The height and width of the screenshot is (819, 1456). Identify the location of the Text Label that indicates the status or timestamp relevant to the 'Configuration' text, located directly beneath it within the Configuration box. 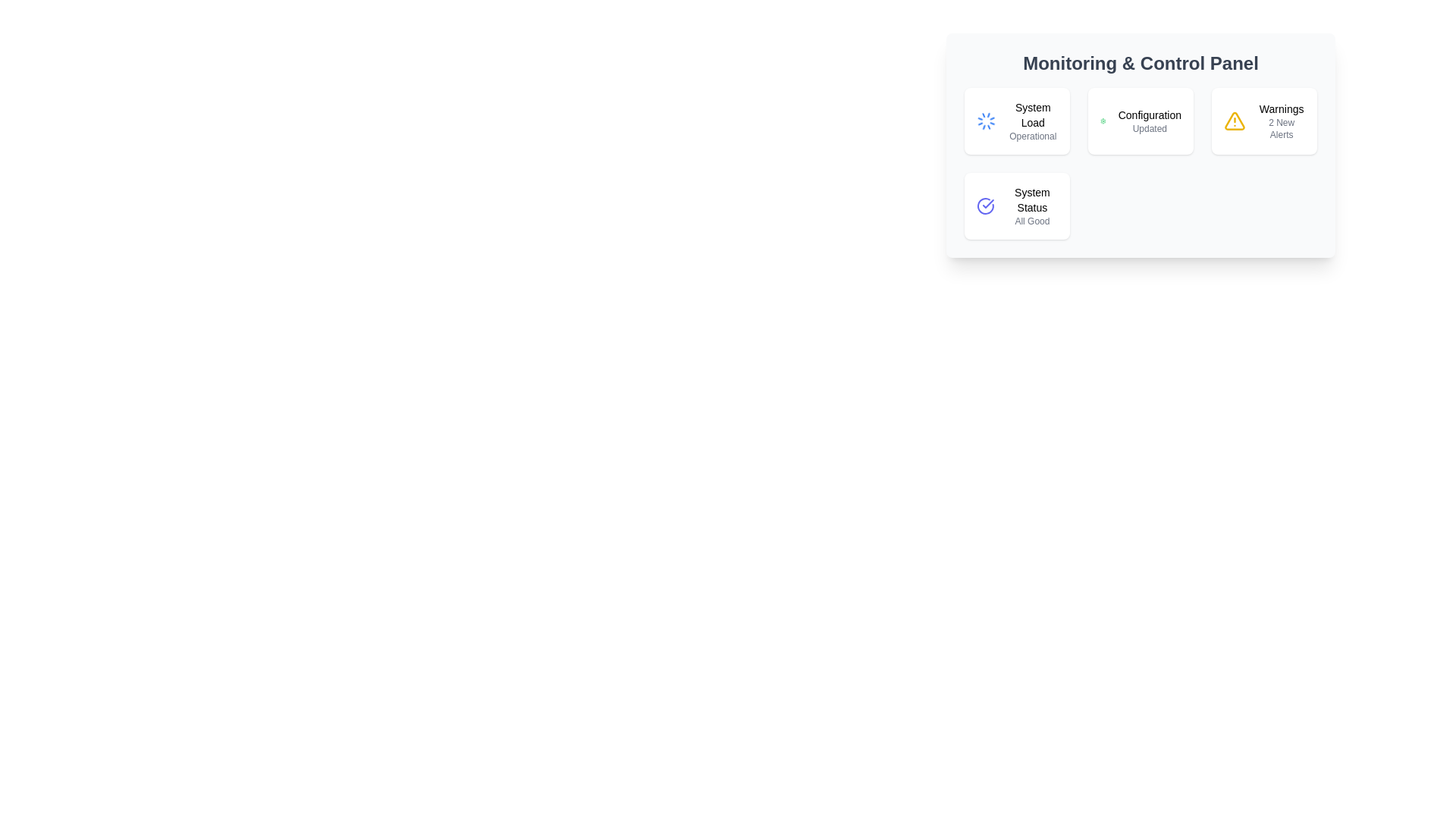
(1150, 127).